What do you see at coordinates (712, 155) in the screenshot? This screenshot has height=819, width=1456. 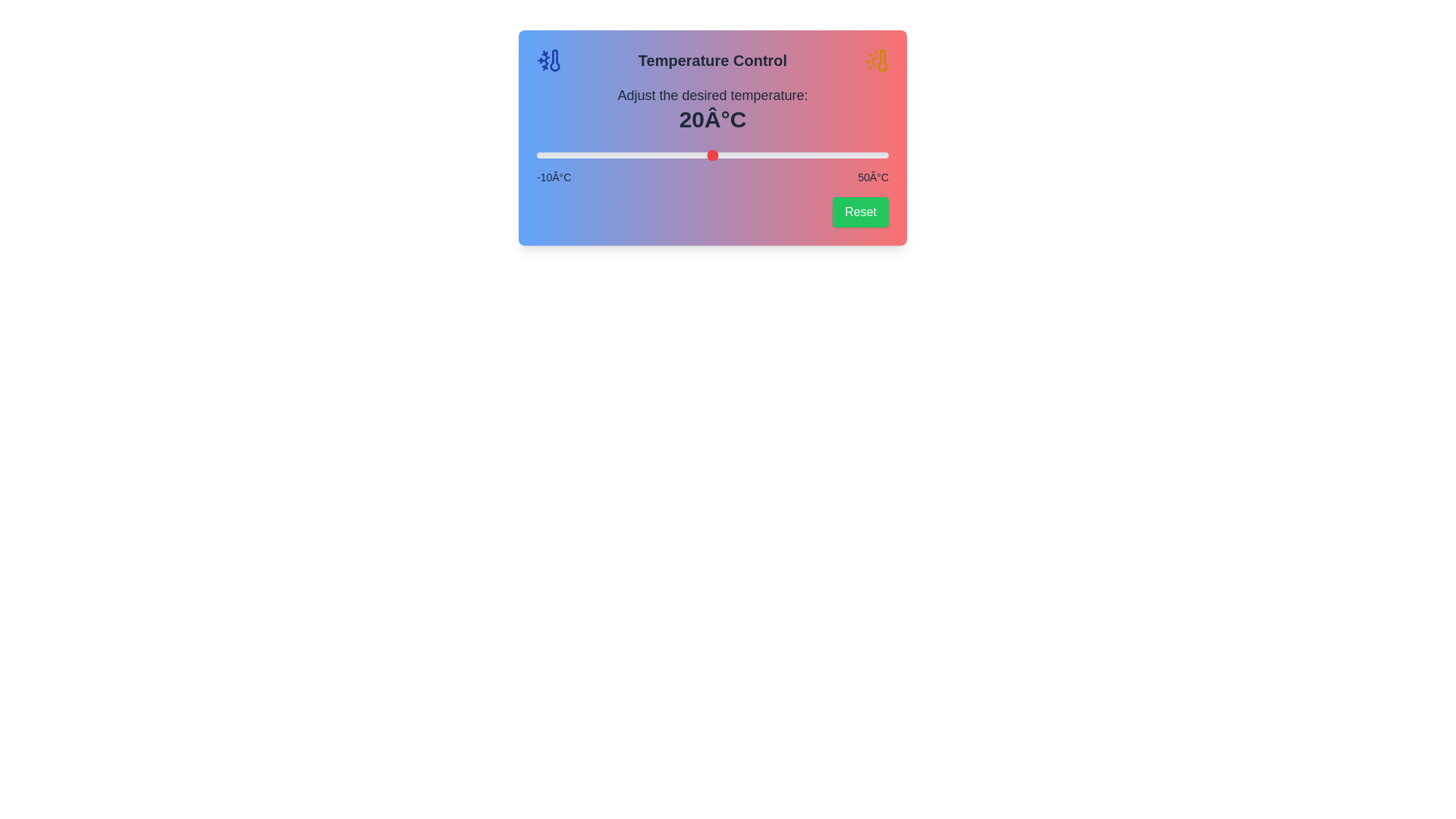 I see `the slider to set the temperature to 20°C` at bounding box center [712, 155].